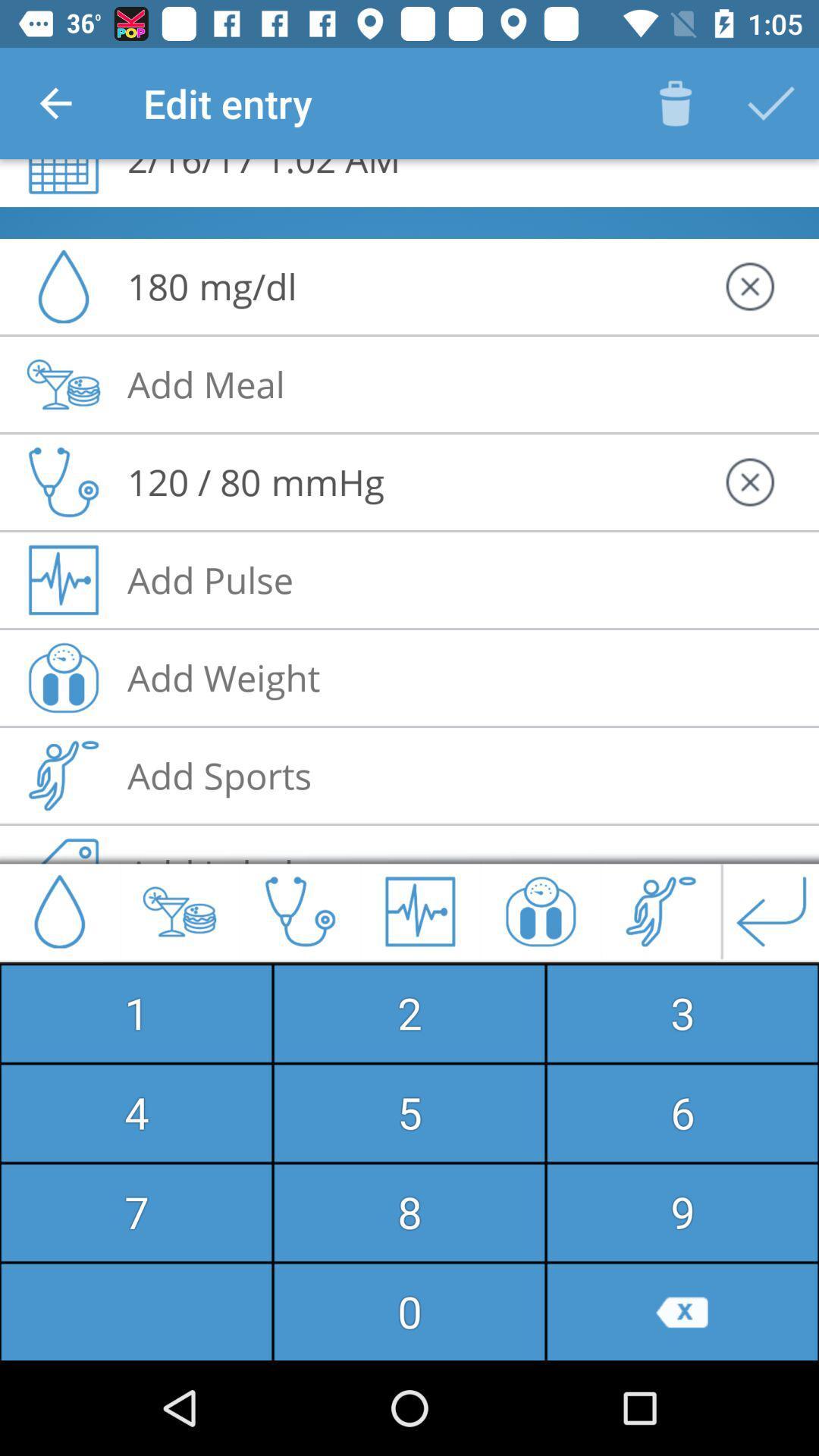 The width and height of the screenshot is (819, 1456). Describe the element at coordinates (540, 911) in the screenshot. I see `the gift icon` at that location.